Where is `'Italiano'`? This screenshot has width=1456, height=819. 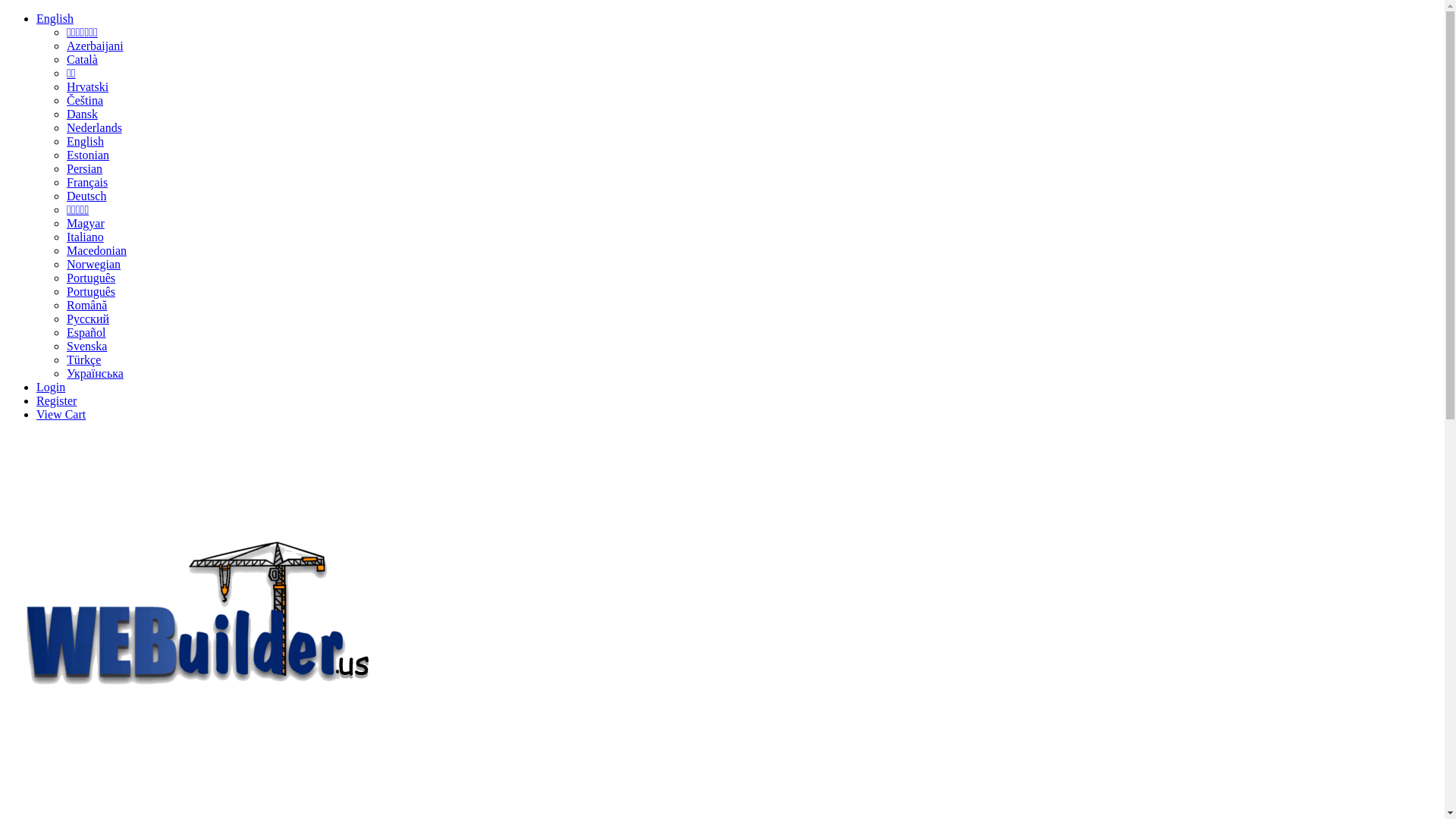
'Italiano' is located at coordinates (84, 237).